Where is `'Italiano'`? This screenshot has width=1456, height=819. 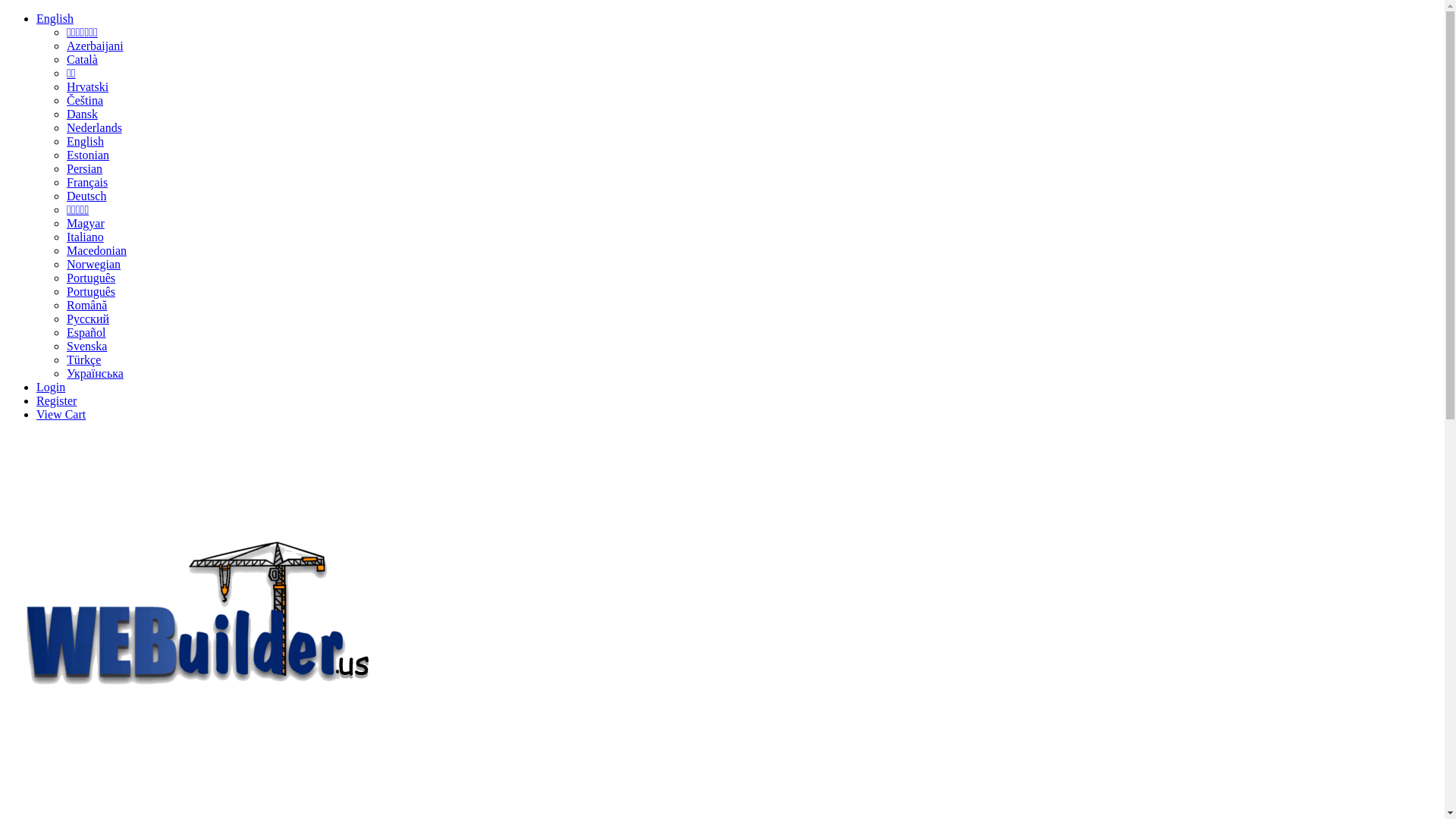
'Italiano' is located at coordinates (84, 237).